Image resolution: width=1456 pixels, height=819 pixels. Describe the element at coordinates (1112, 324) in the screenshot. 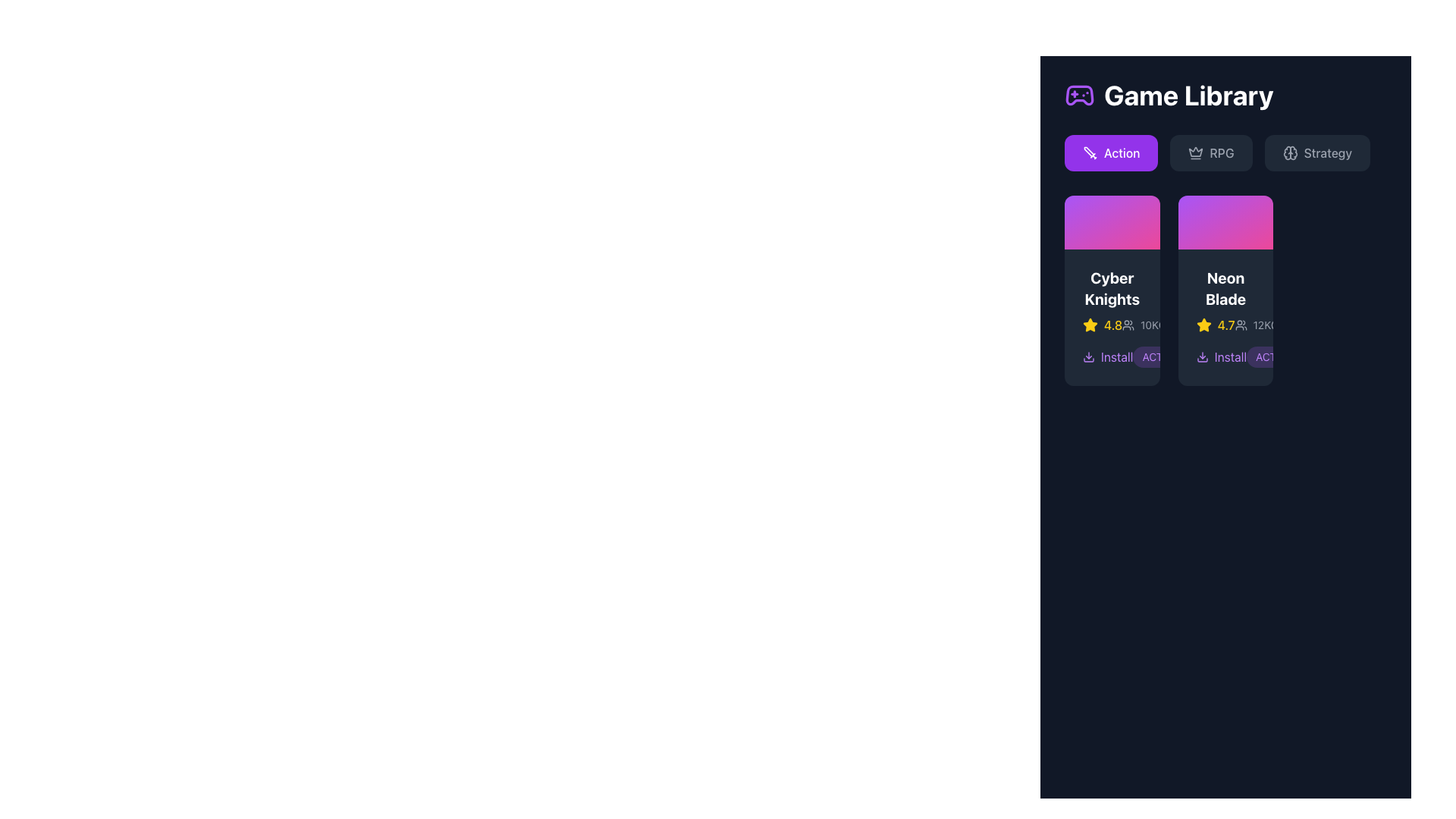

I see `displayed rating and user count information in the 'Cyber Knights' panel of the game library UI` at that location.